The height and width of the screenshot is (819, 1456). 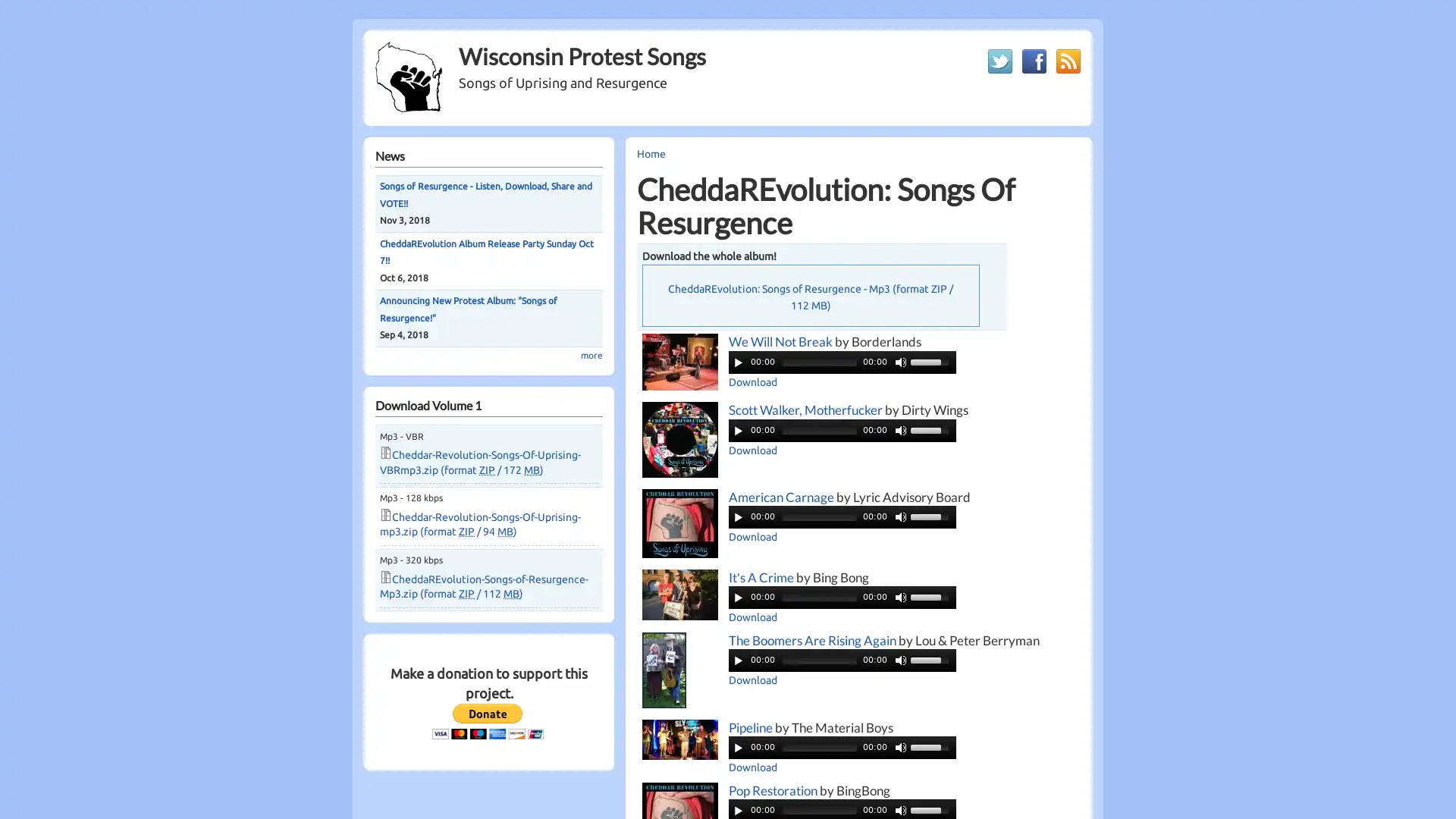 I want to click on Play/Pause, so click(x=739, y=430).